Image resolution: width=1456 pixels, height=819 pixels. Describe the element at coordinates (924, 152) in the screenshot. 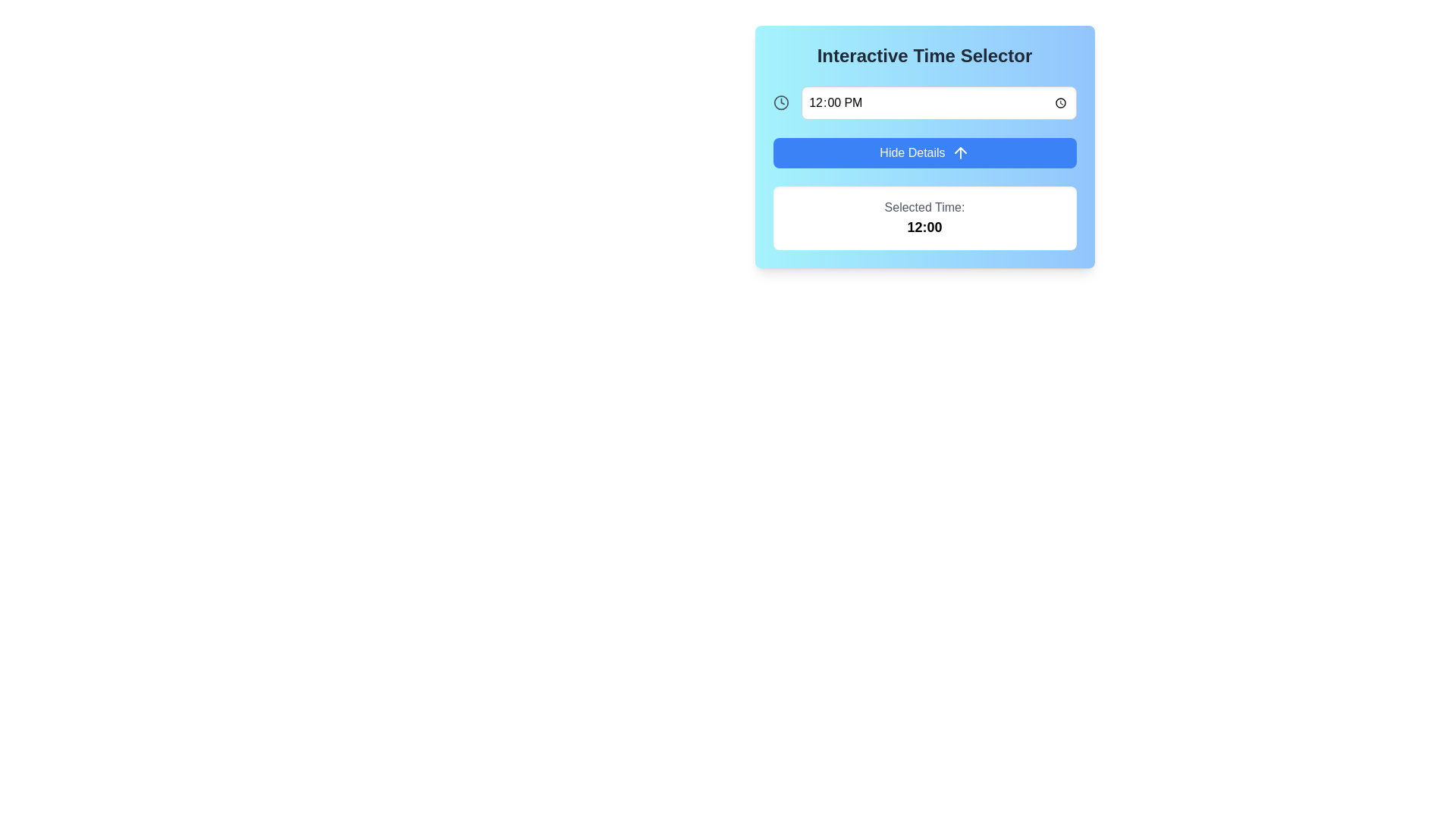

I see `the button with a blue background and white text reading 'Hide Details' to observe the style change` at that location.